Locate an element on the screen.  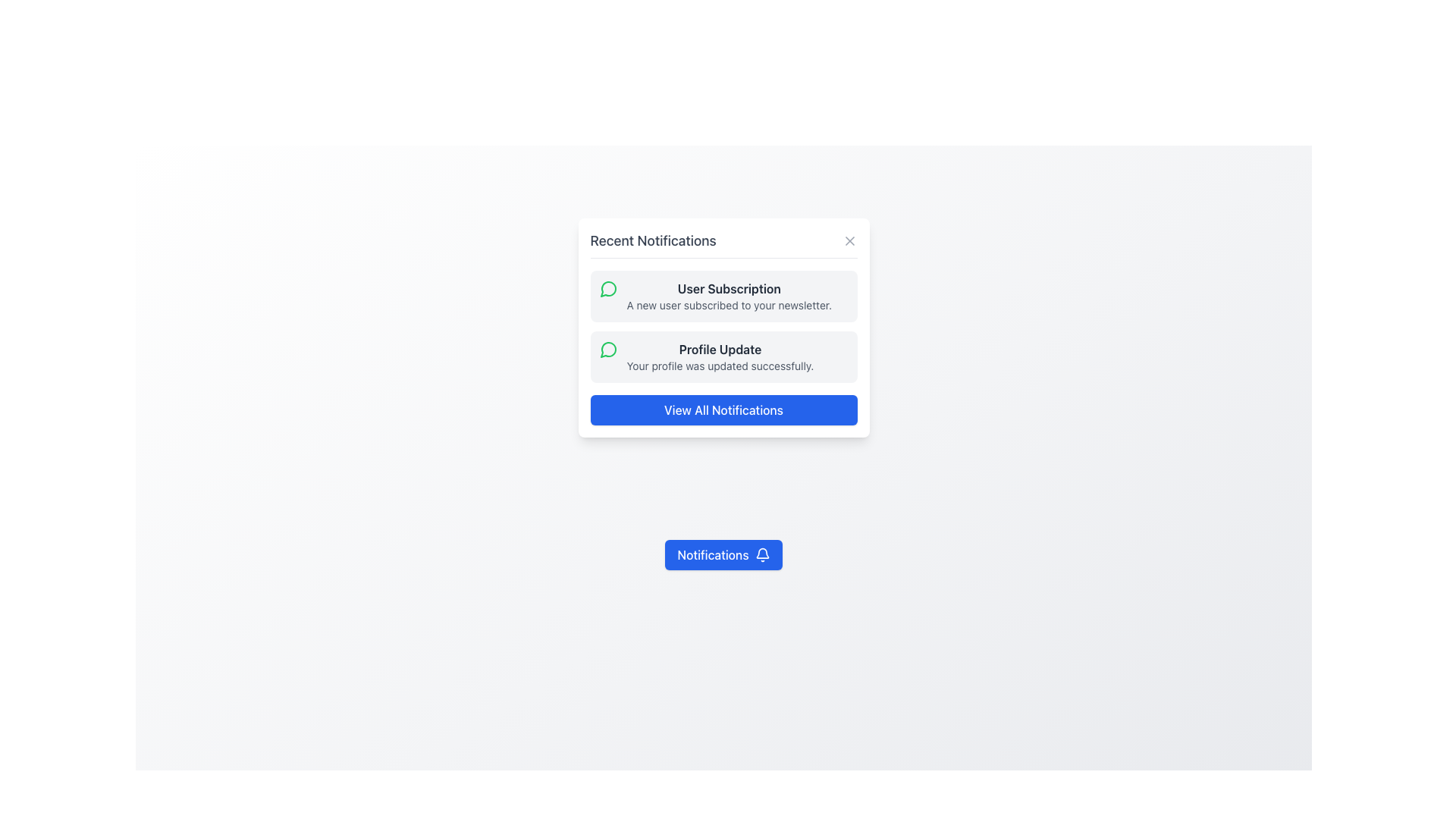
text of the Text Label that serves as the title for the notification panel, located at the top left of the panel is located at coordinates (653, 240).